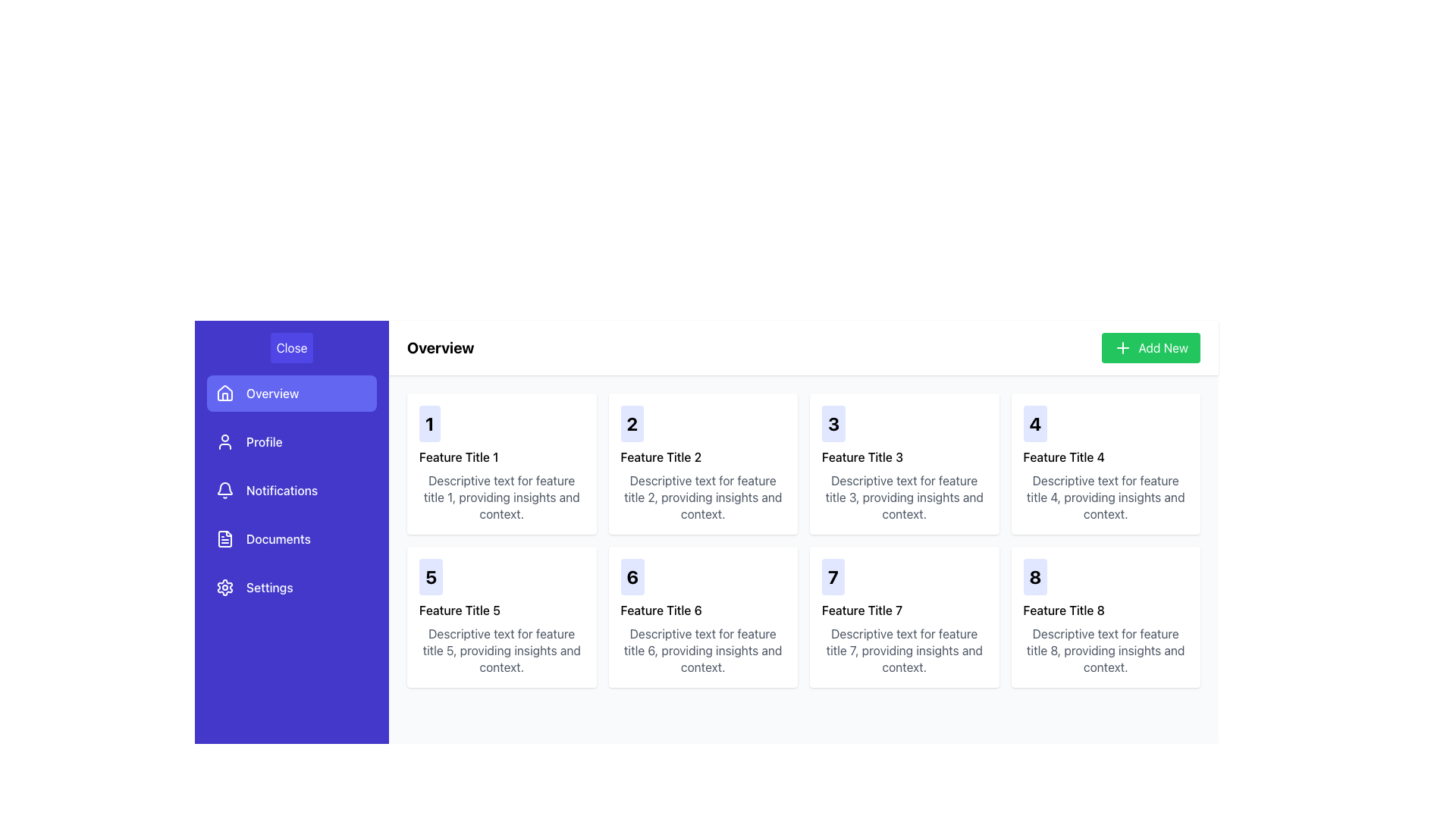  What do you see at coordinates (632, 576) in the screenshot?
I see `the label representing the identifier for the card titled 'Feature Title 6' located in the upper-central part of the card in the second row, second column of the grid view` at bounding box center [632, 576].